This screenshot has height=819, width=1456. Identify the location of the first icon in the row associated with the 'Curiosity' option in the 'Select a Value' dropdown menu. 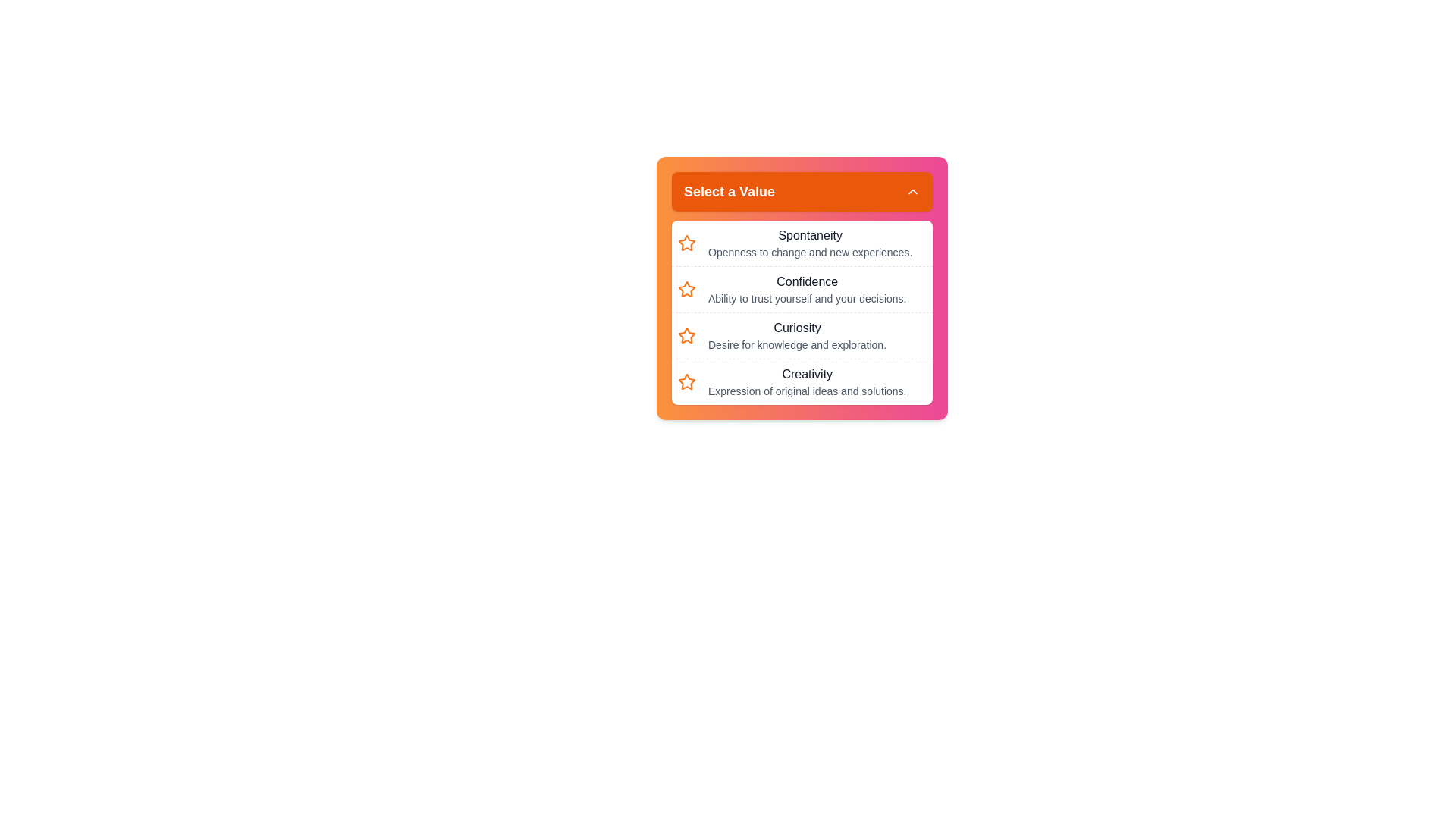
(686, 335).